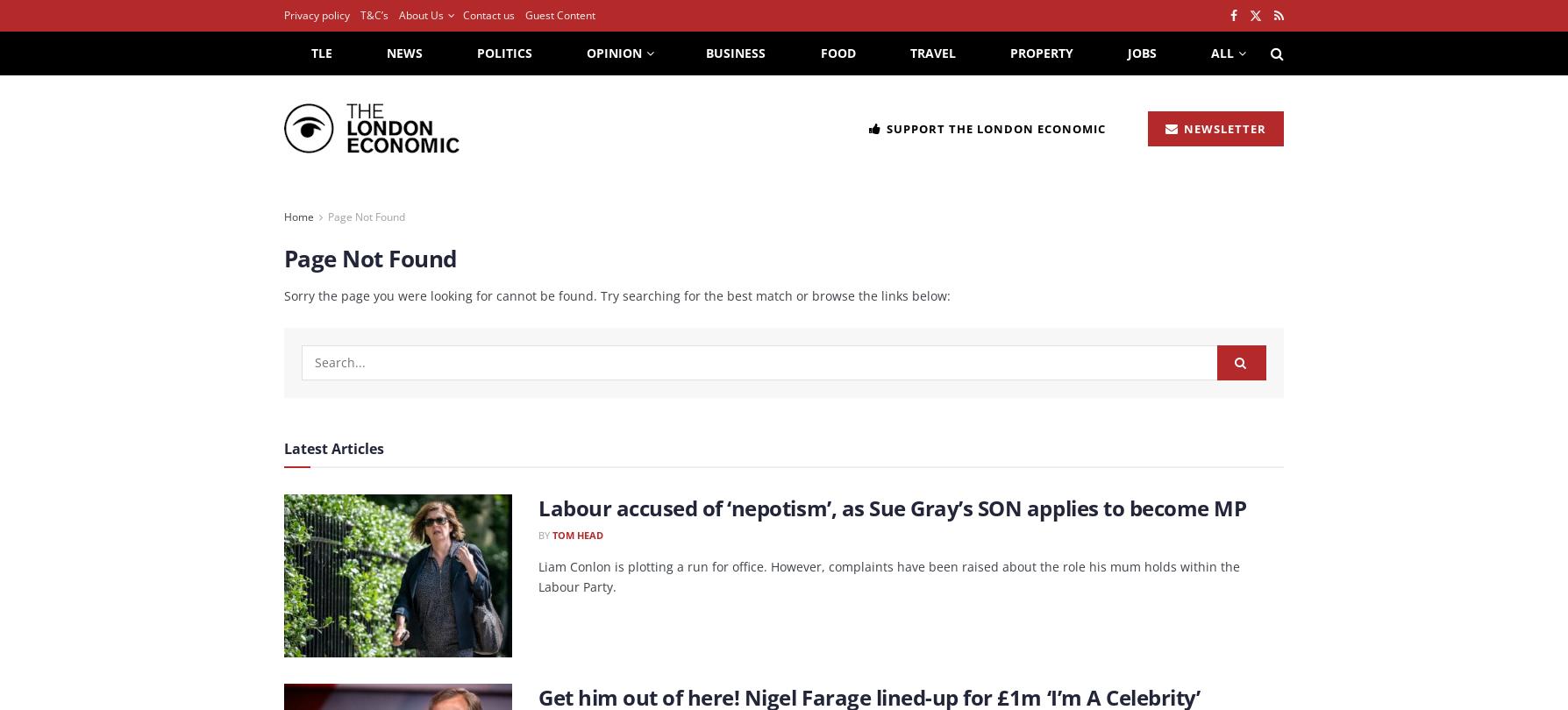  Describe the element at coordinates (931, 53) in the screenshot. I see `'Travel'` at that location.